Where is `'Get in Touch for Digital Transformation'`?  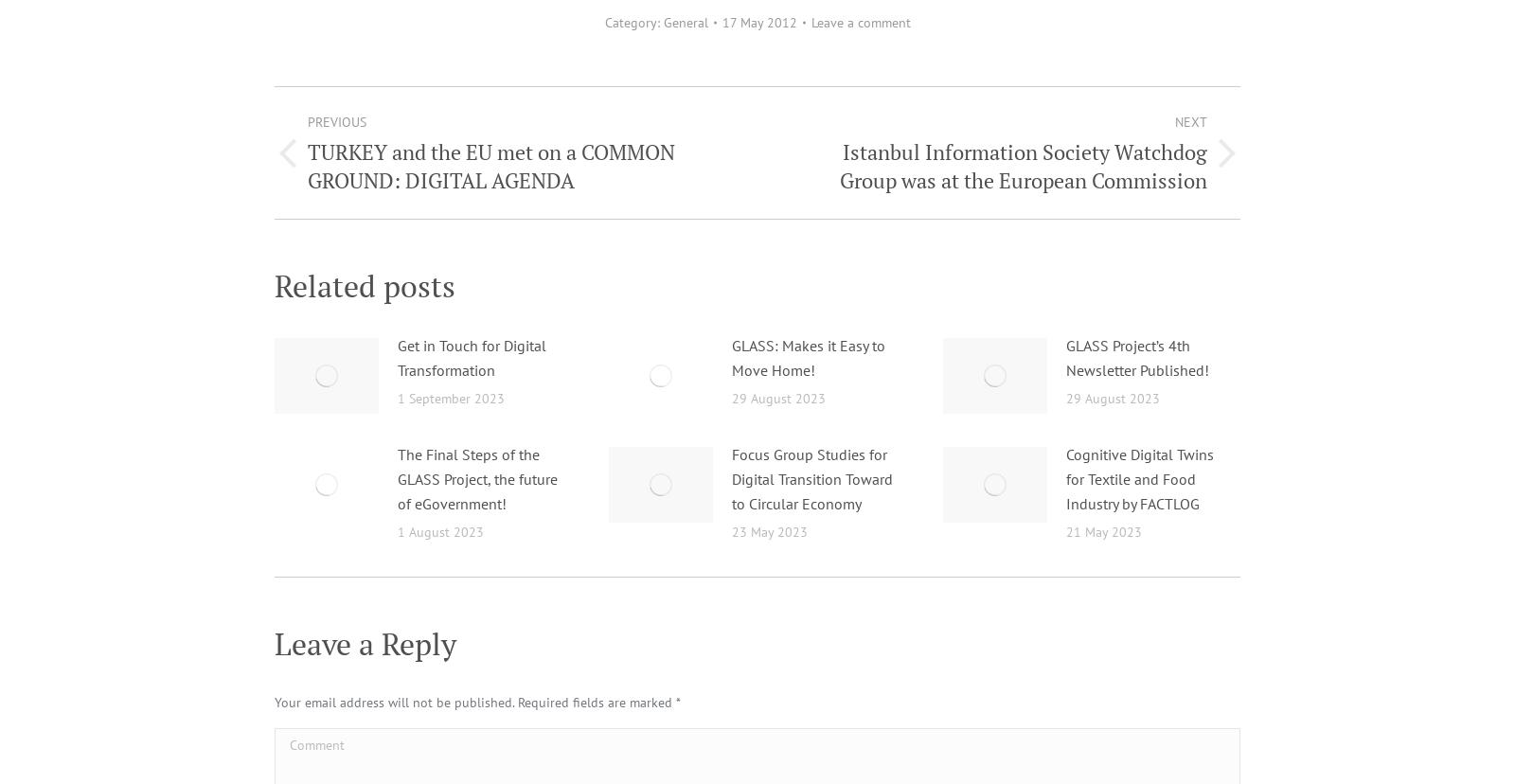
'Get in Touch for Digital Transformation' is located at coordinates (471, 357).